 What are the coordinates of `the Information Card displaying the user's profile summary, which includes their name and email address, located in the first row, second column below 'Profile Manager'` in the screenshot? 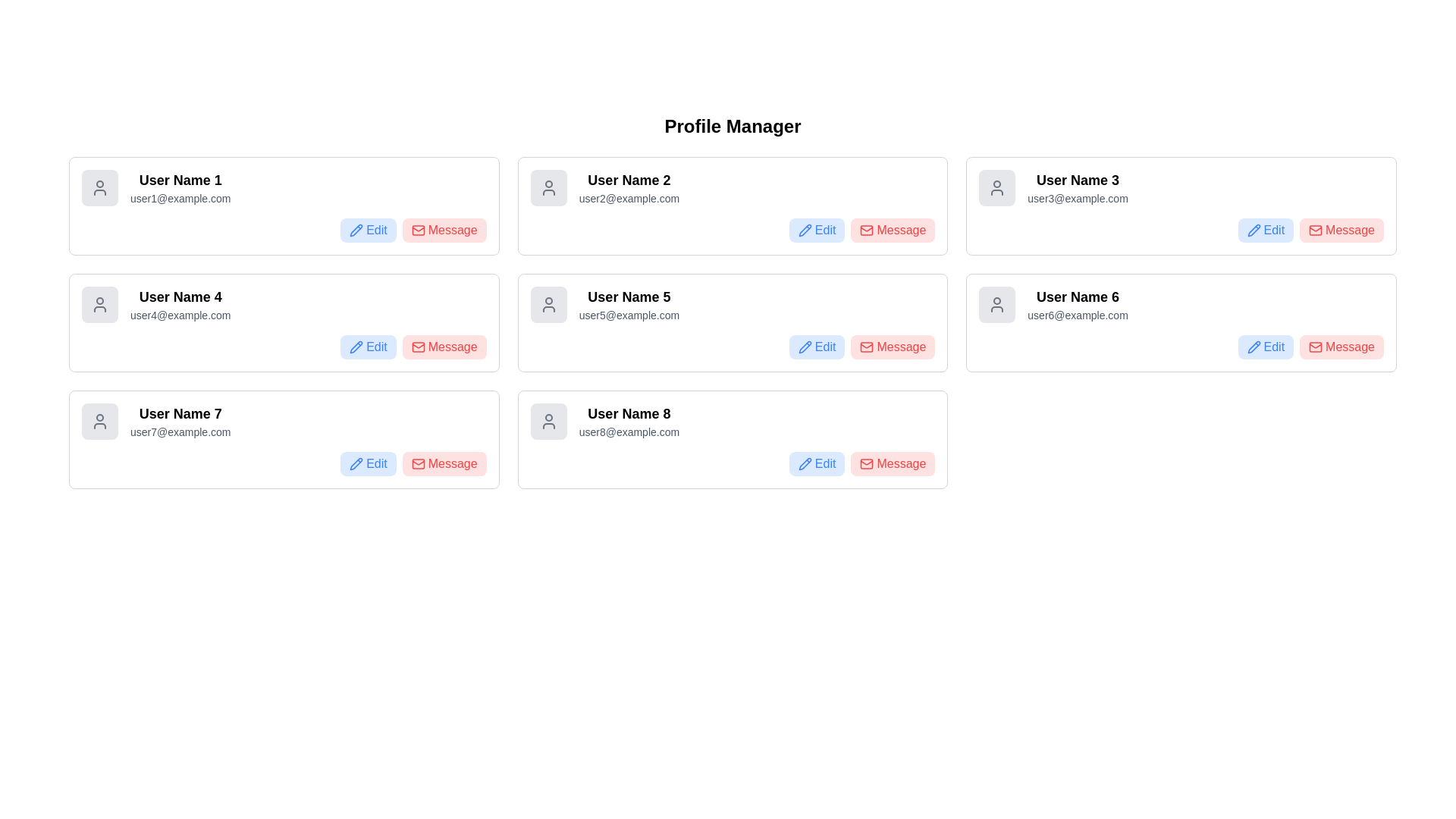 It's located at (733, 187).